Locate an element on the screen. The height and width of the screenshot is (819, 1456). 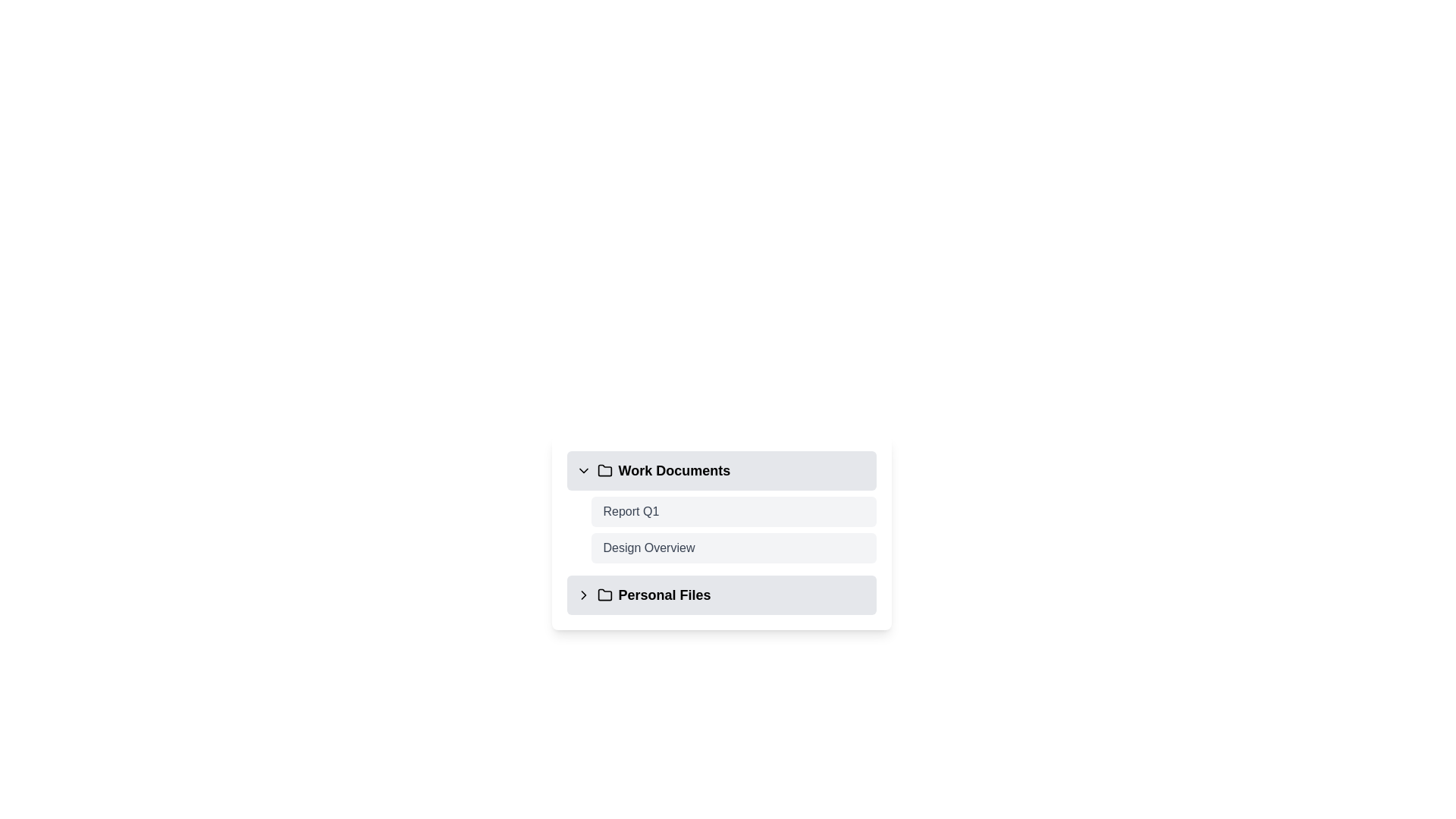
the clickable area of the icon representing folder storage, located to the left of the text 'Personal Files' within the gray-highlighted section labeled 'Personal Files' is located at coordinates (604, 595).